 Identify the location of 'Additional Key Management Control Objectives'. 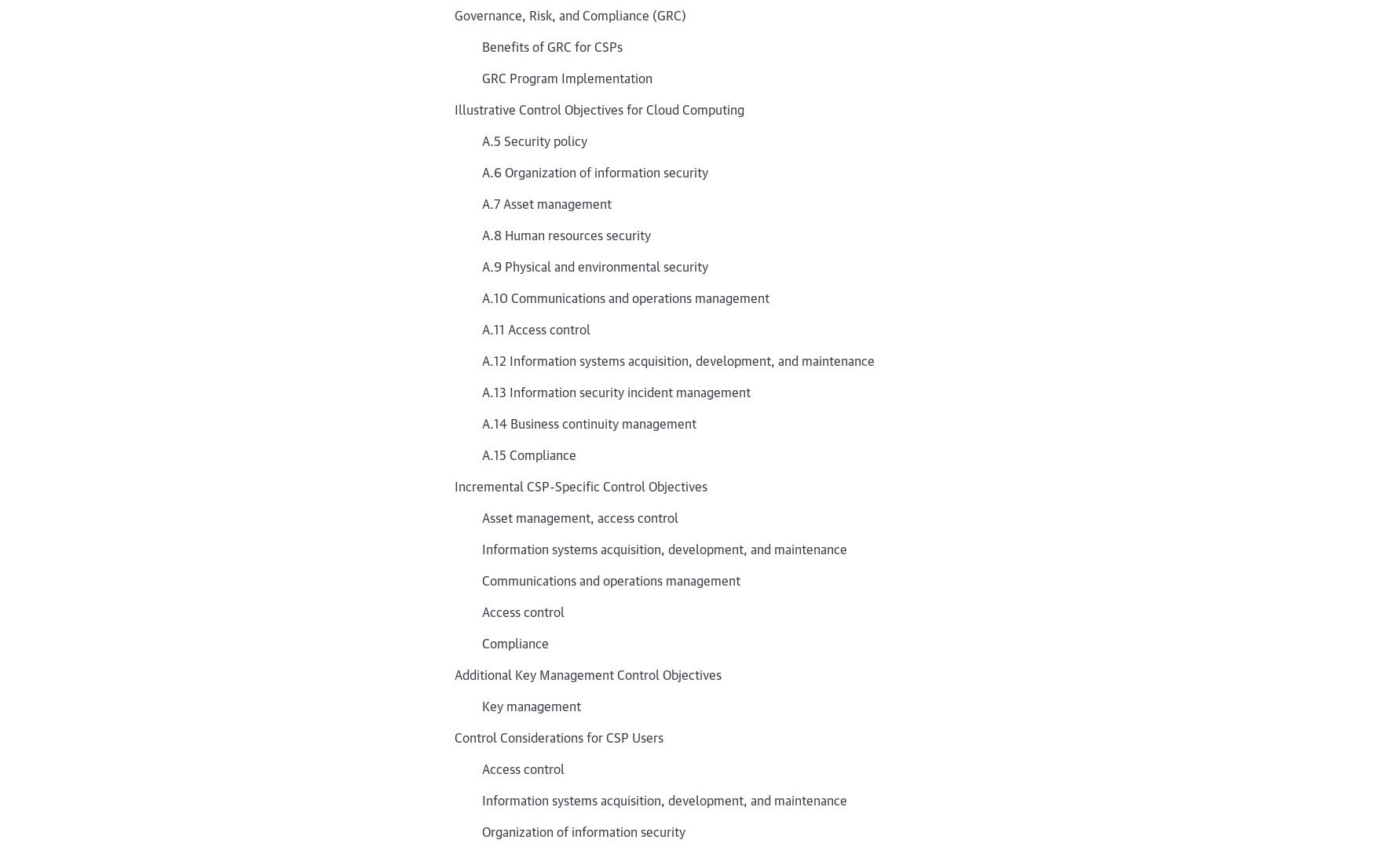
(587, 674).